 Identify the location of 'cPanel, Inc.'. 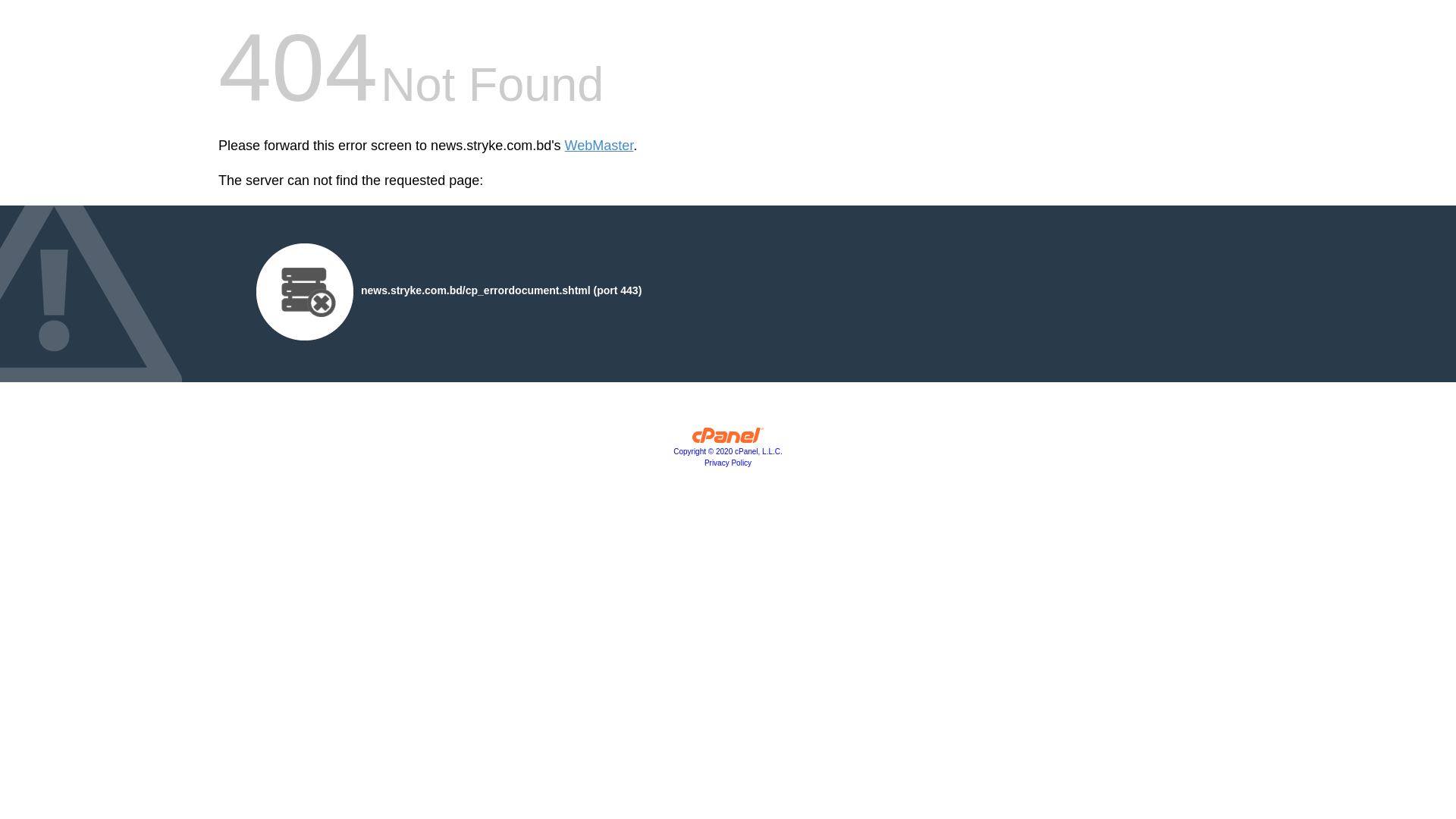
(691, 438).